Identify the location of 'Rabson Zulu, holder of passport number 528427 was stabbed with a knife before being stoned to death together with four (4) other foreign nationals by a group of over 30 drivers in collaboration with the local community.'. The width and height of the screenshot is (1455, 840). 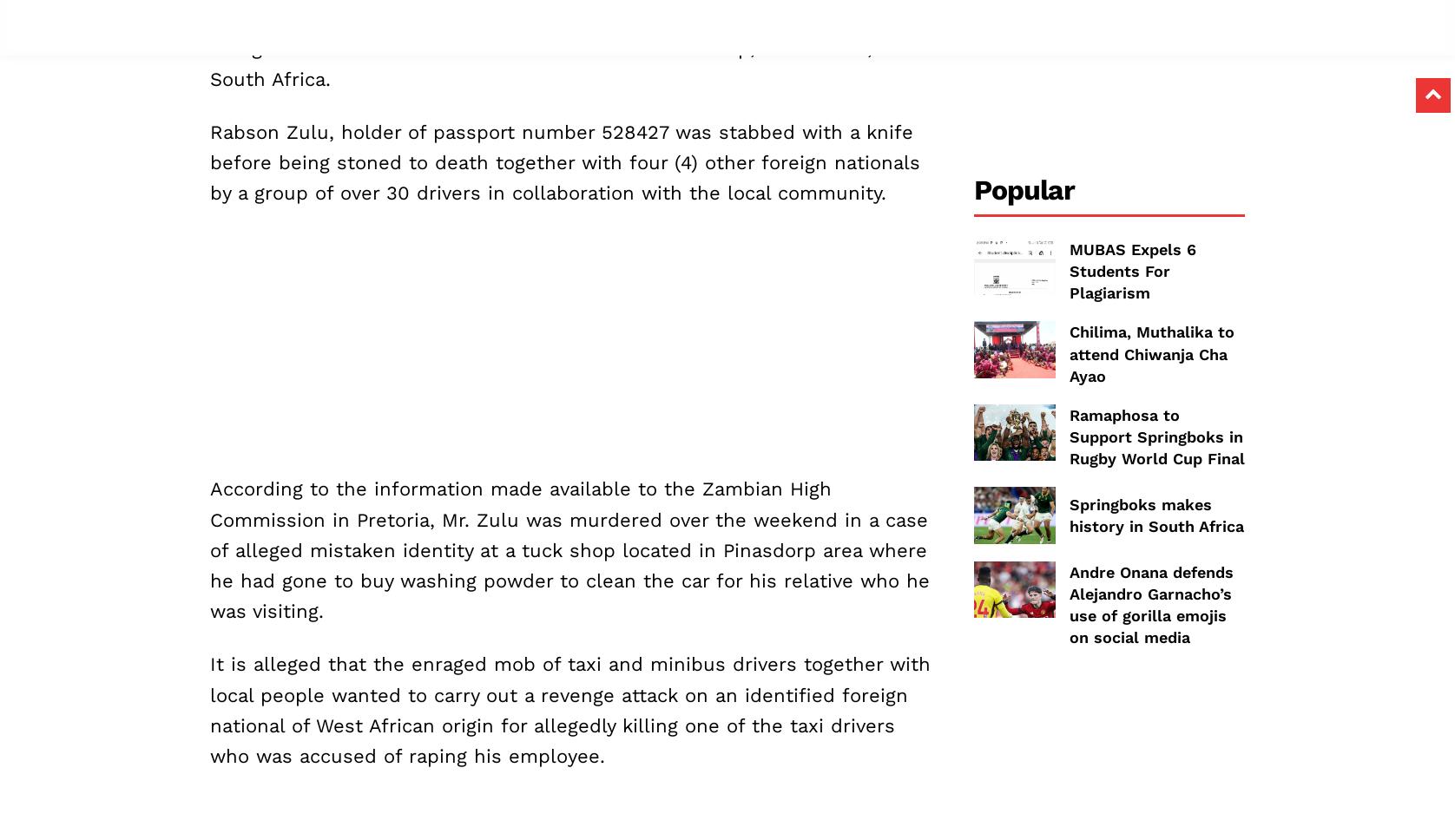
(563, 162).